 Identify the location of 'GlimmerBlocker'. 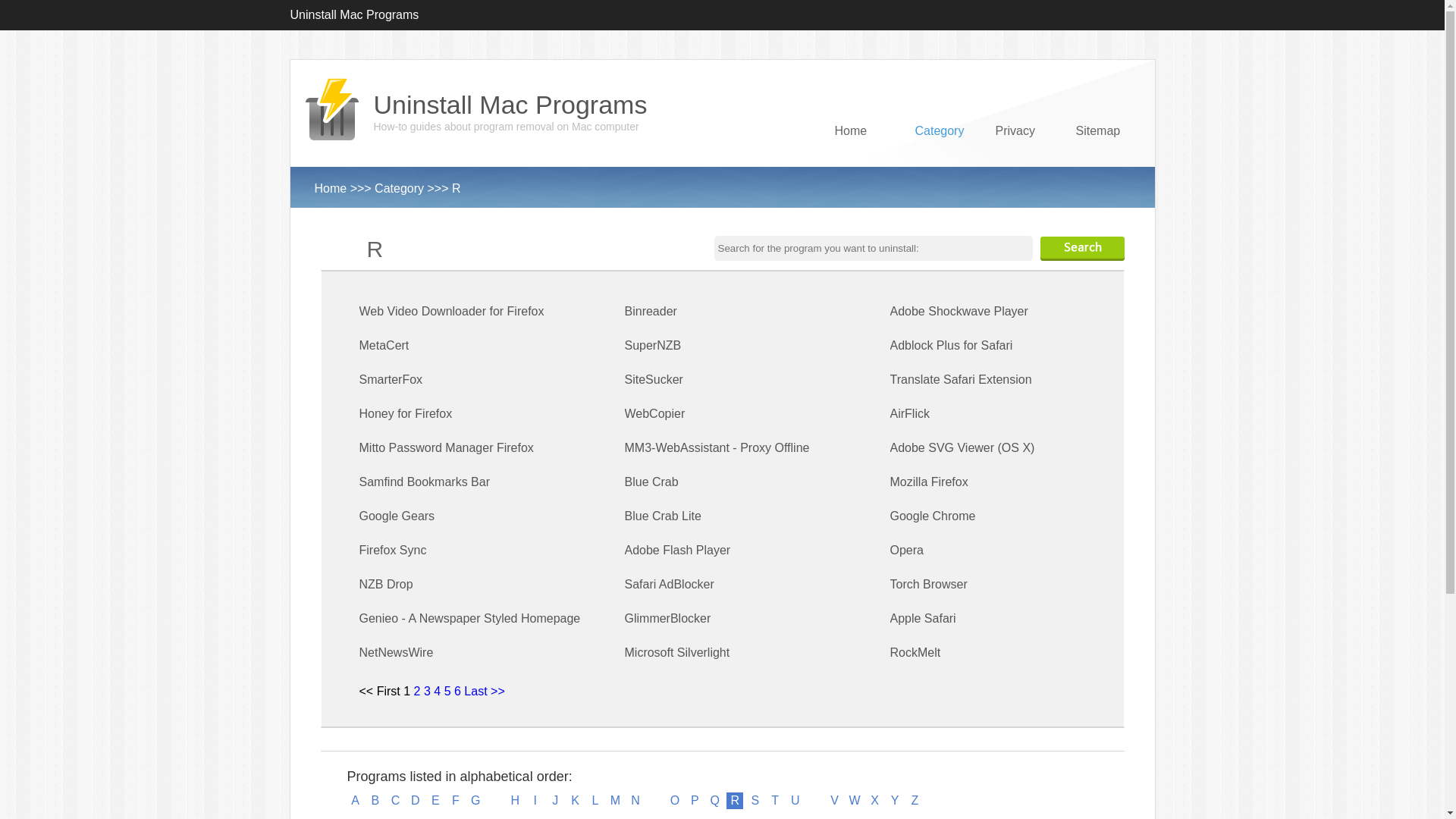
(625, 618).